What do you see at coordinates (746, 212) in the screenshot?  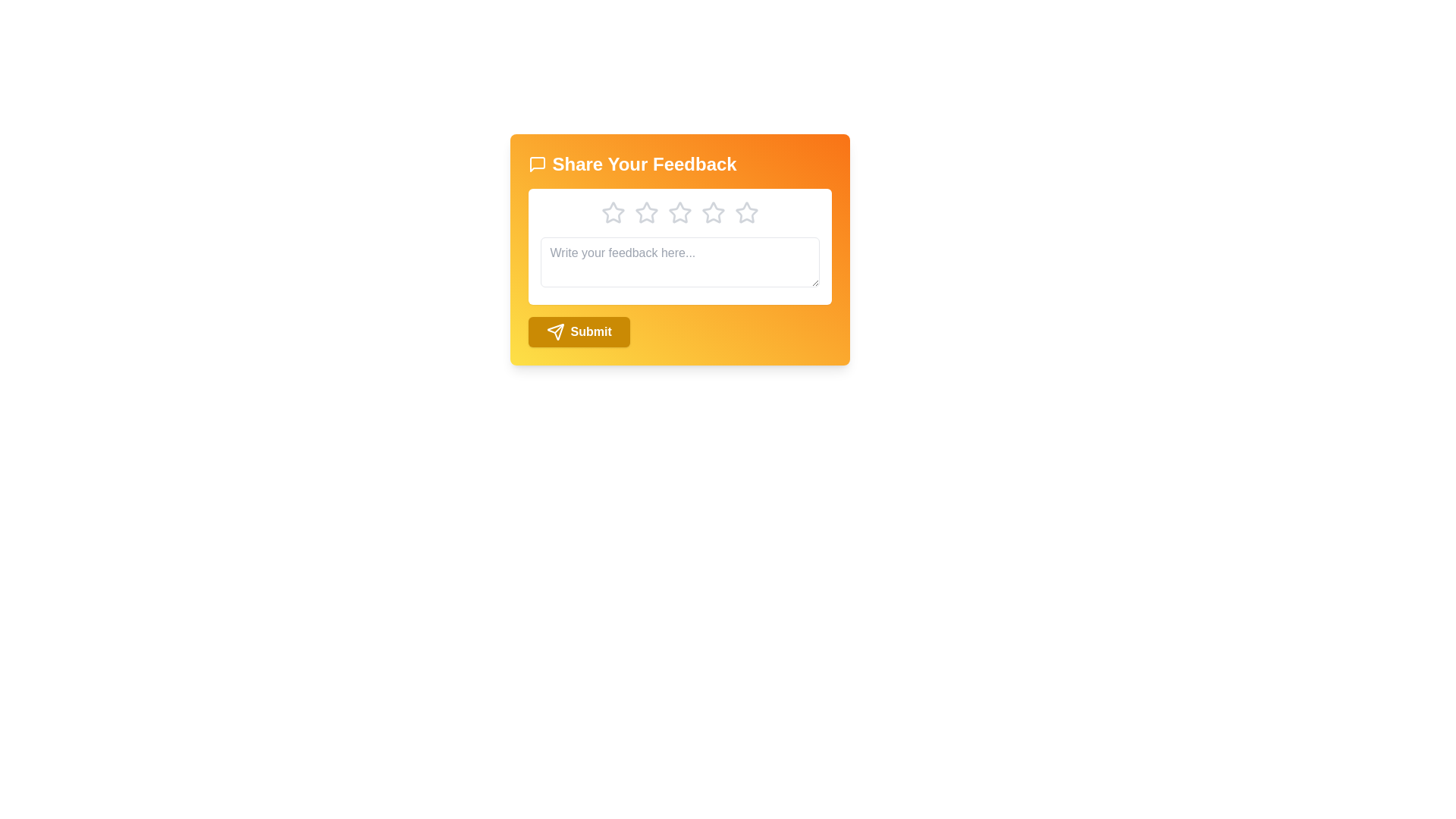 I see `the fifth star icon in the rating system` at bounding box center [746, 212].